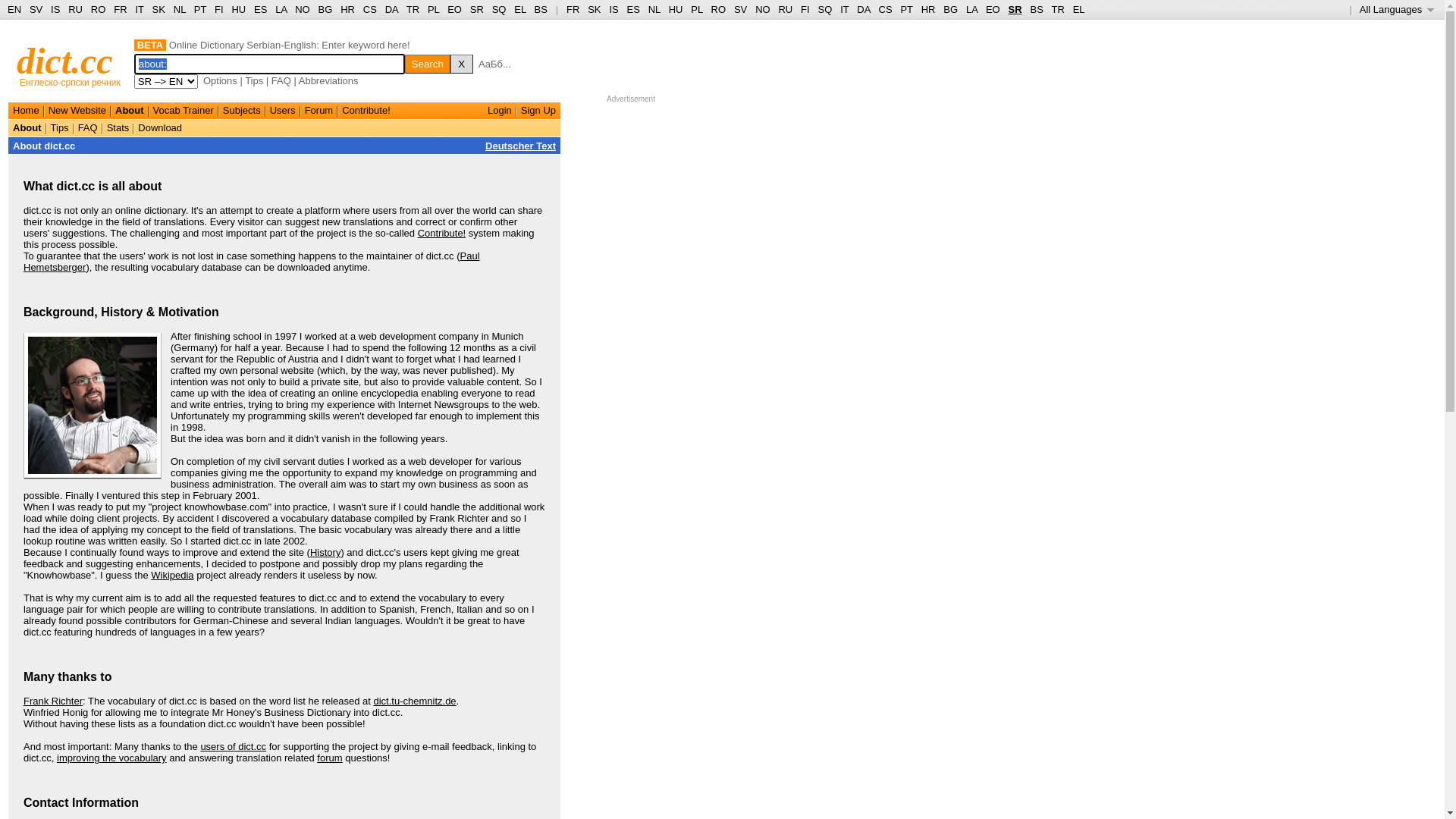  Describe the element at coordinates (309, 552) in the screenshot. I see `'History'` at that location.